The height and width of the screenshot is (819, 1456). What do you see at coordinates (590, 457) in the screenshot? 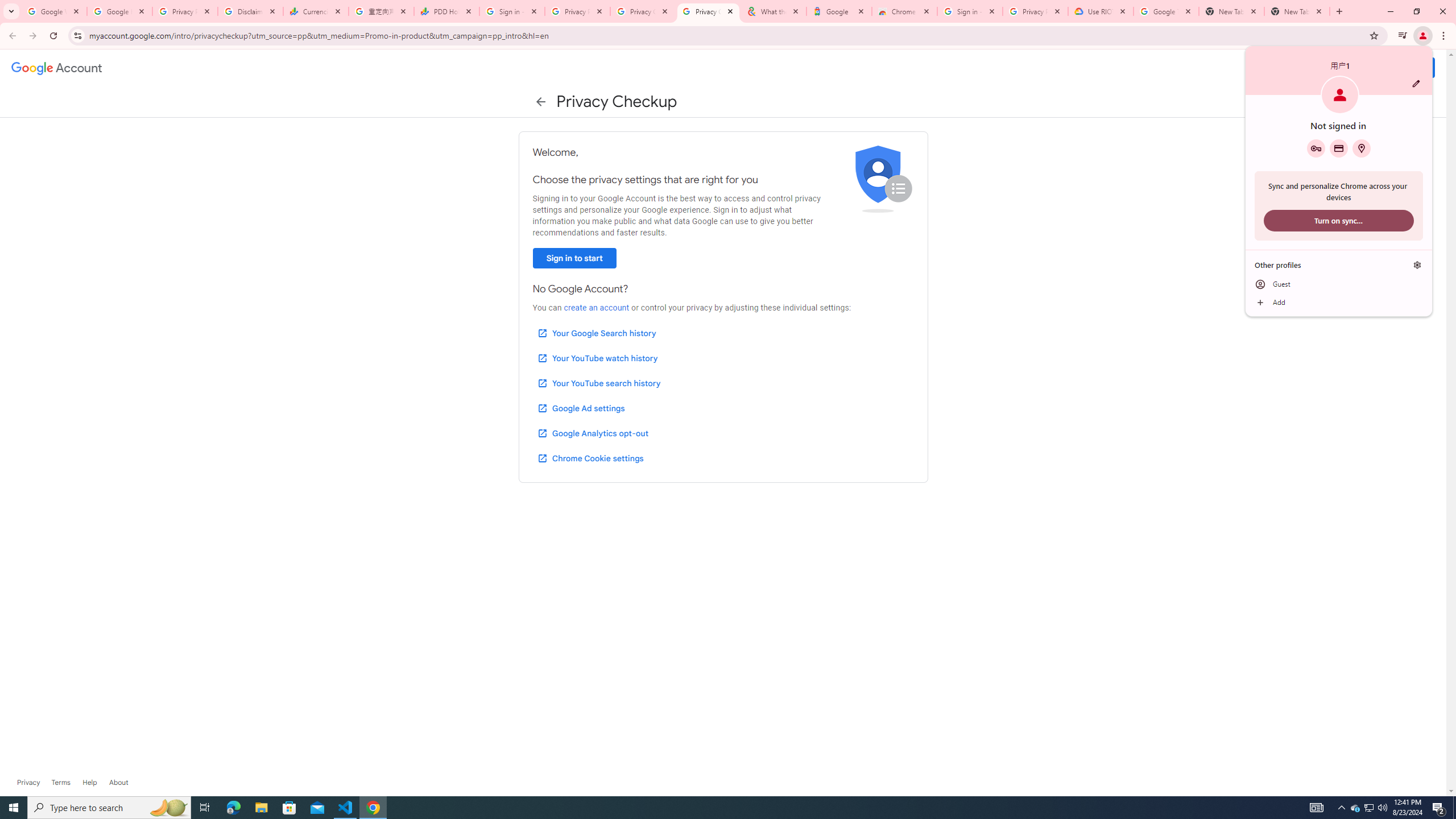
I see `'Chrome Cookie settings'` at bounding box center [590, 457].